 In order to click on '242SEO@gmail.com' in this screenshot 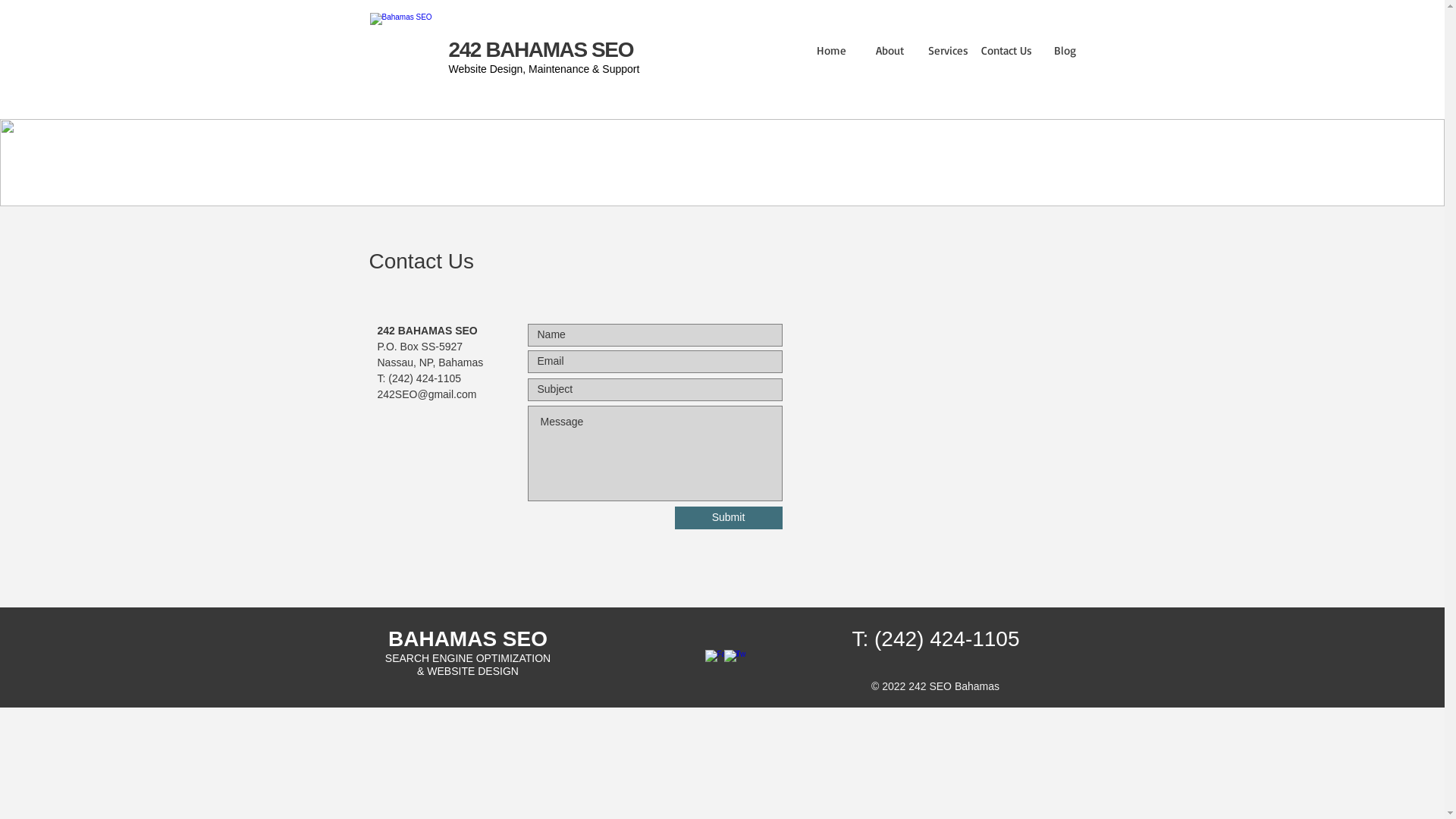, I will do `click(426, 394)`.